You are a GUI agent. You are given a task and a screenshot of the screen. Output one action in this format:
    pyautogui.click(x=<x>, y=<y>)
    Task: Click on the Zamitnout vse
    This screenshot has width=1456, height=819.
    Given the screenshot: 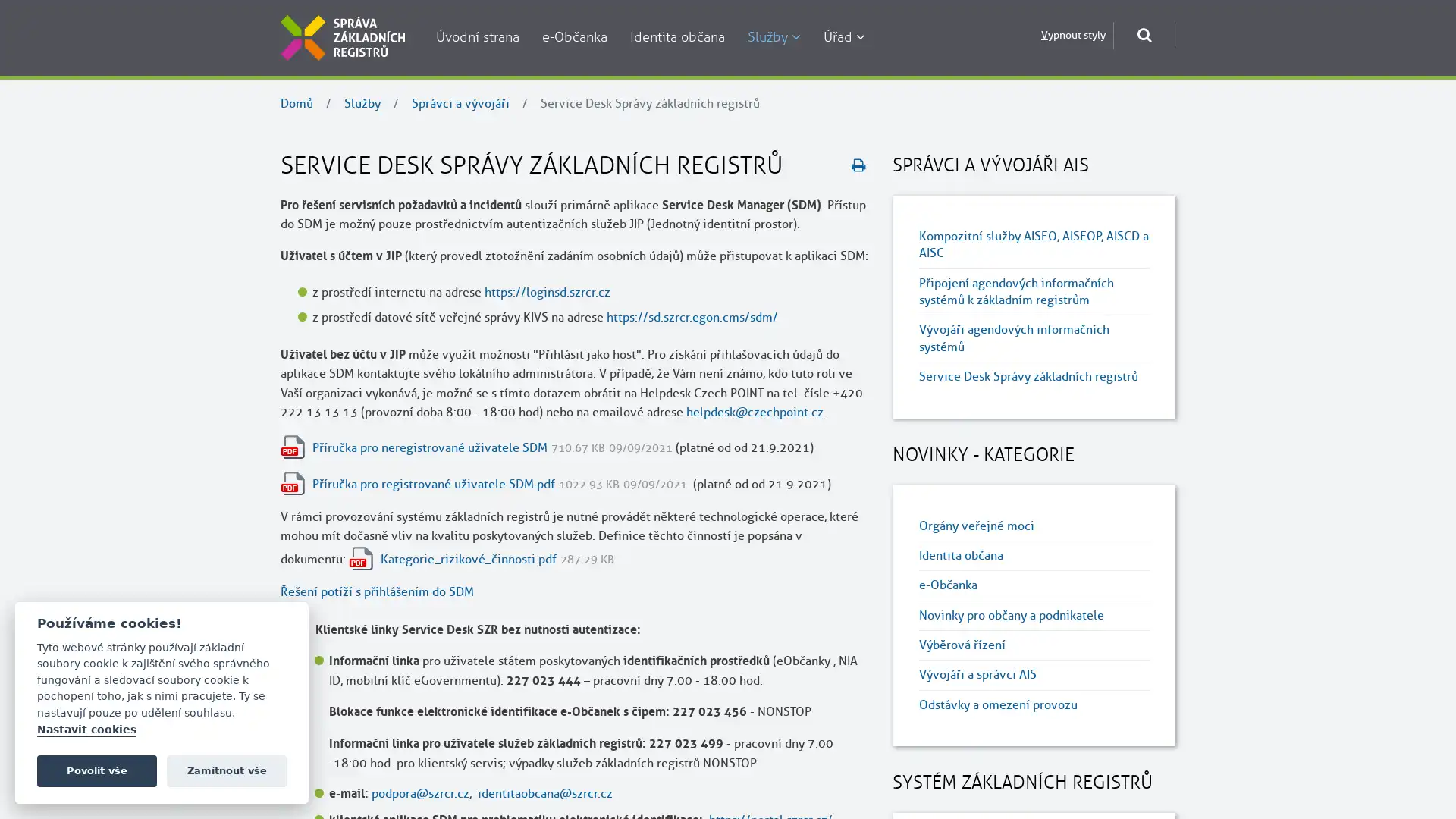 What is the action you would take?
    pyautogui.click(x=225, y=770)
    